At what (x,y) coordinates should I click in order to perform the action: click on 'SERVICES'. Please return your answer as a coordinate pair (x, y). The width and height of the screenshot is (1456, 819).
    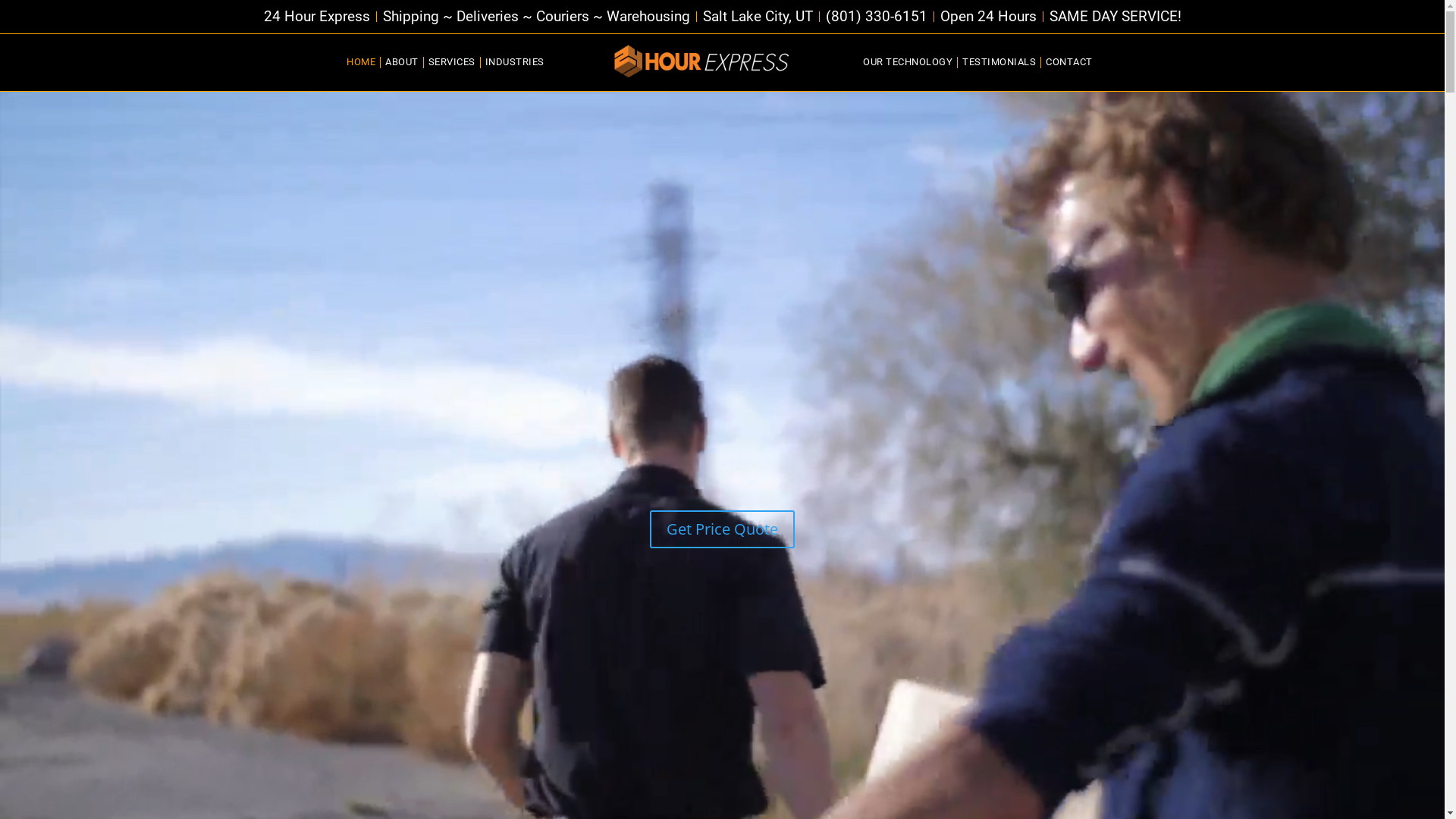
    Looking at the image, I should click on (450, 61).